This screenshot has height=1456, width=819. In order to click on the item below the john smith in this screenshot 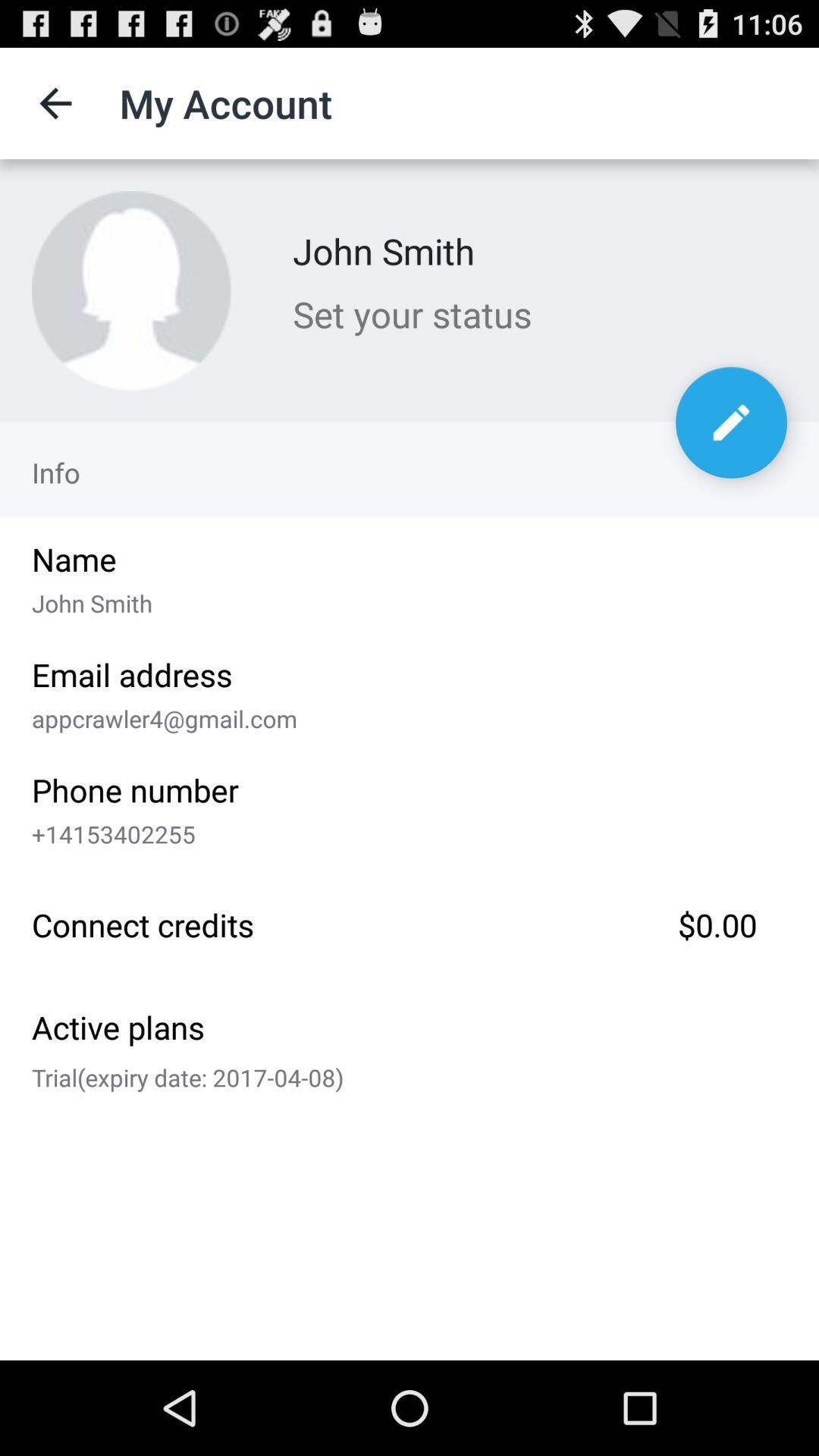, I will do `click(539, 313)`.